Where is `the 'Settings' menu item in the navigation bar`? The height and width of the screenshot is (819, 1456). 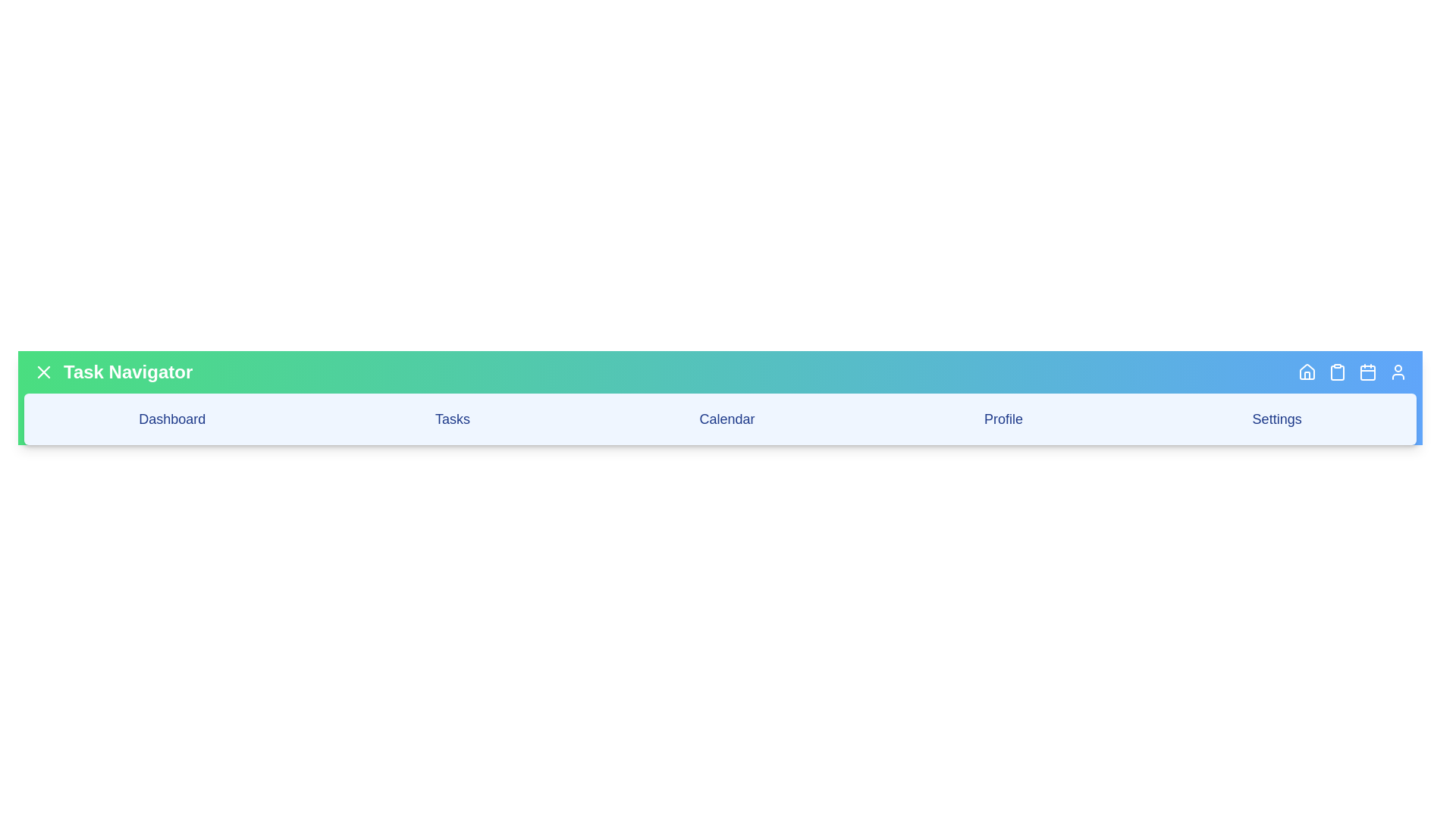 the 'Settings' menu item in the navigation bar is located at coordinates (1276, 419).